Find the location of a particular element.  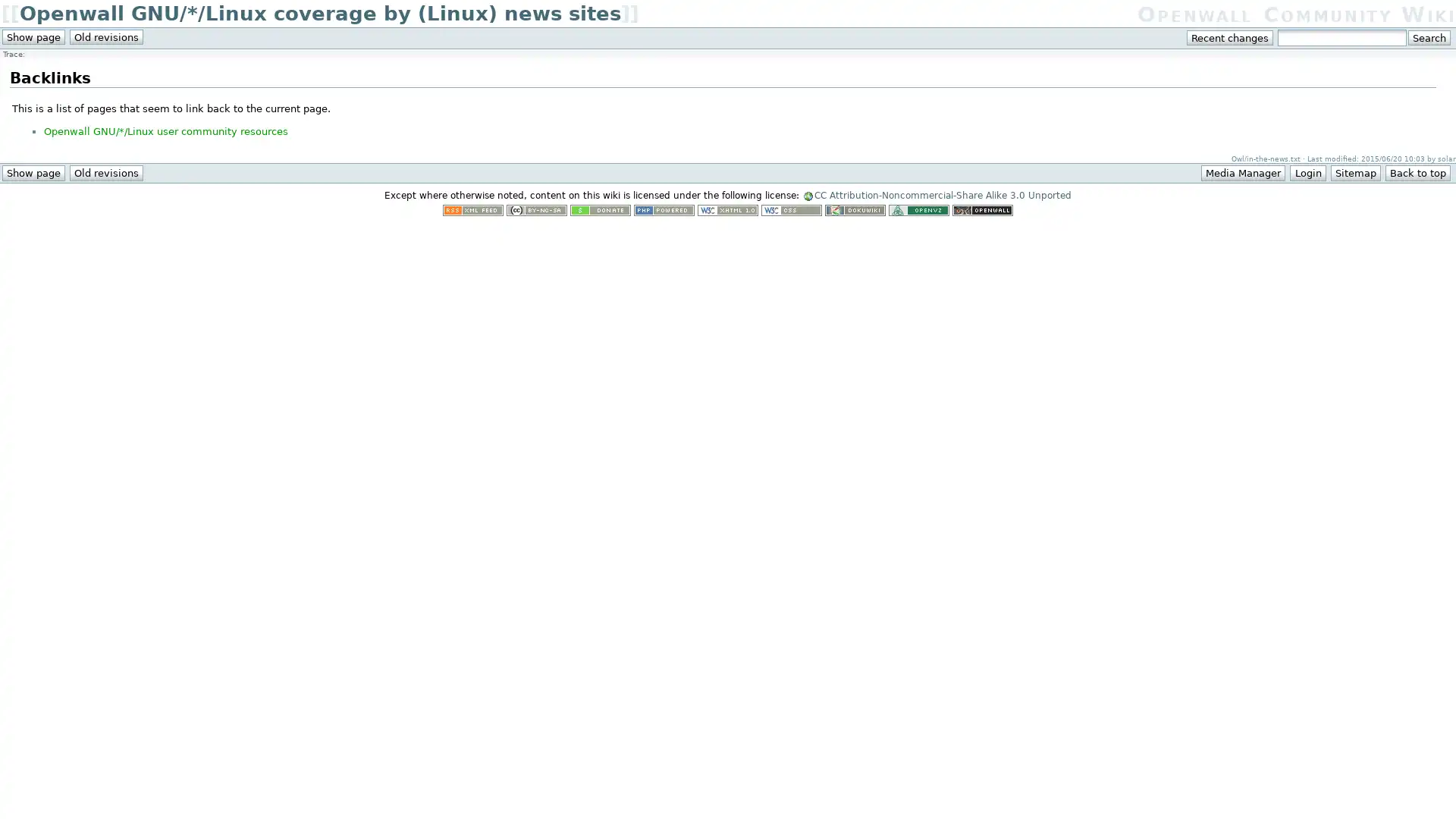

Old revisions is located at coordinates (105, 171).